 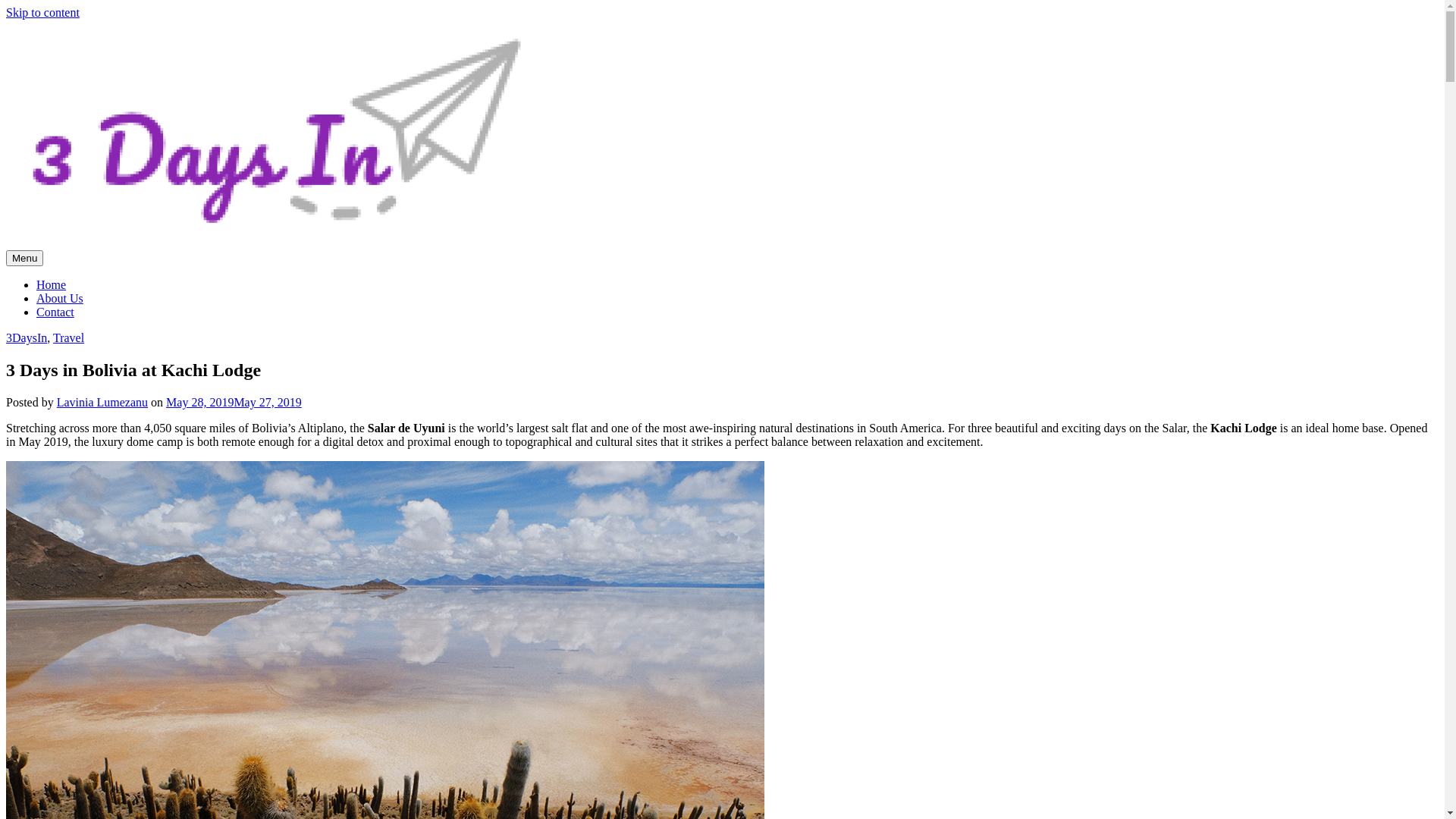 What do you see at coordinates (36, 298) in the screenshot?
I see `'About Us'` at bounding box center [36, 298].